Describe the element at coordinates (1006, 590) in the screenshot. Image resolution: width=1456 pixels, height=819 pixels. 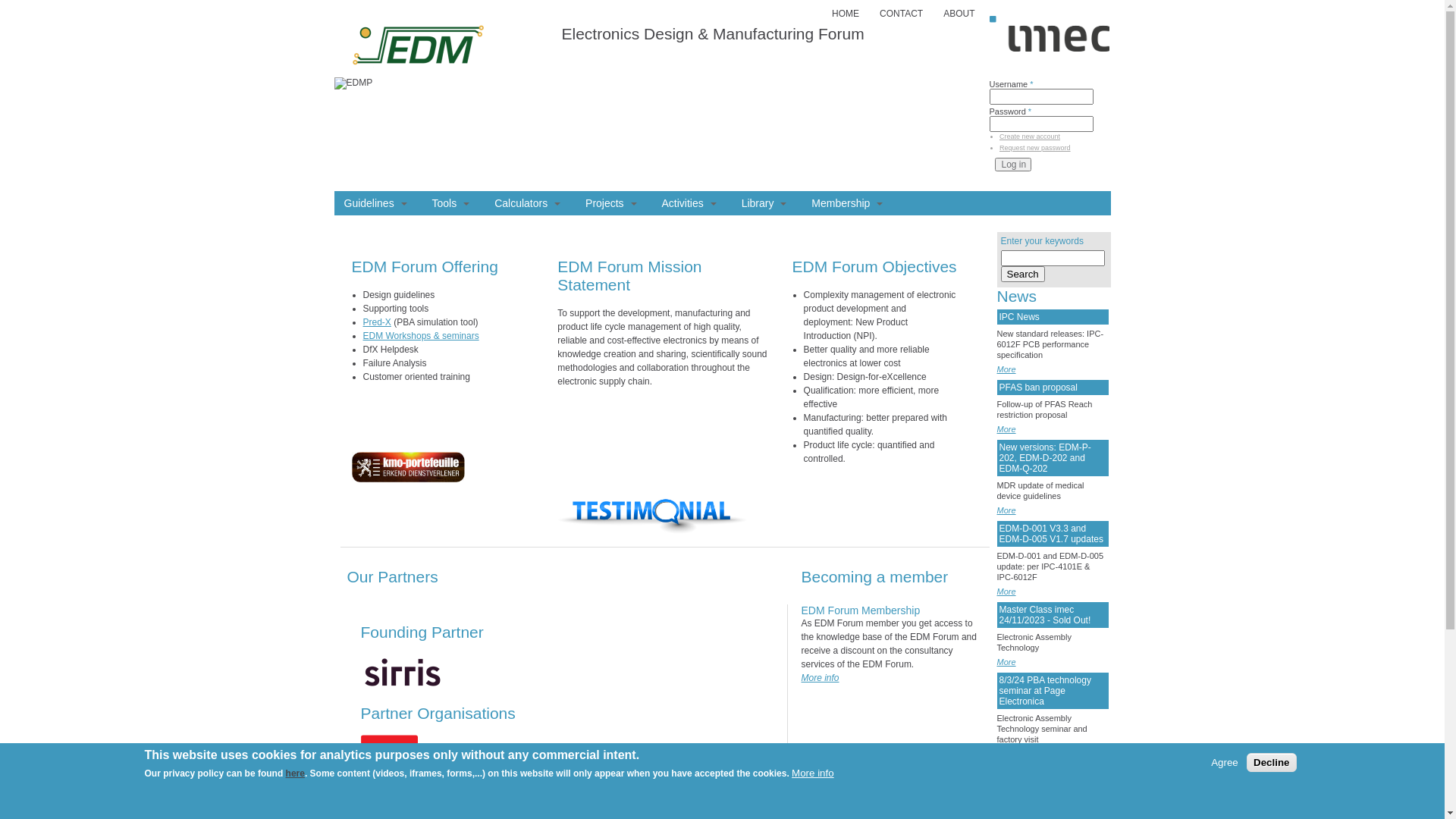
I see `'More'` at that location.